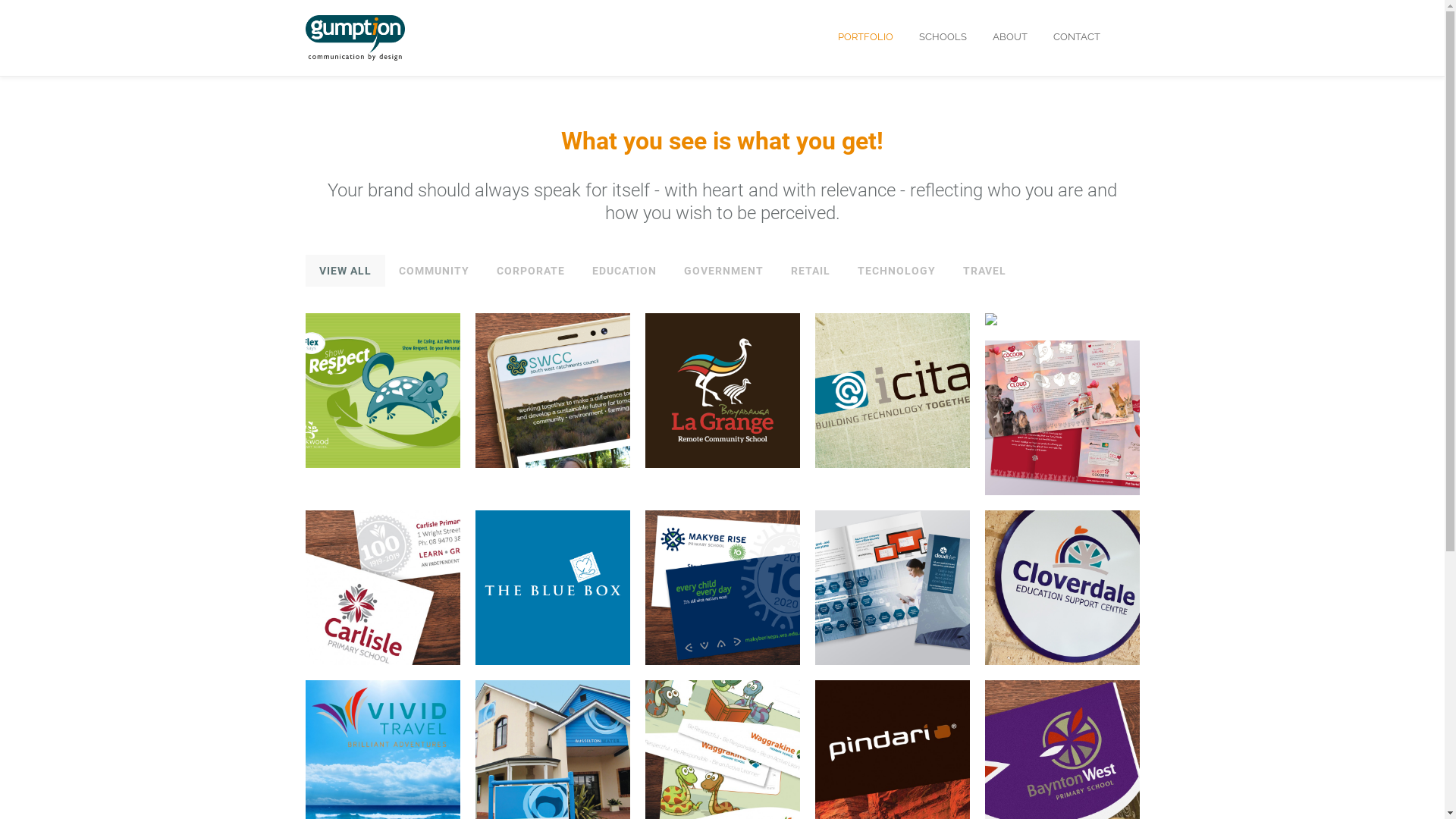 Image resolution: width=1456 pixels, height=819 pixels. What do you see at coordinates (1075, 36) in the screenshot?
I see `'CONTACT'` at bounding box center [1075, 36].